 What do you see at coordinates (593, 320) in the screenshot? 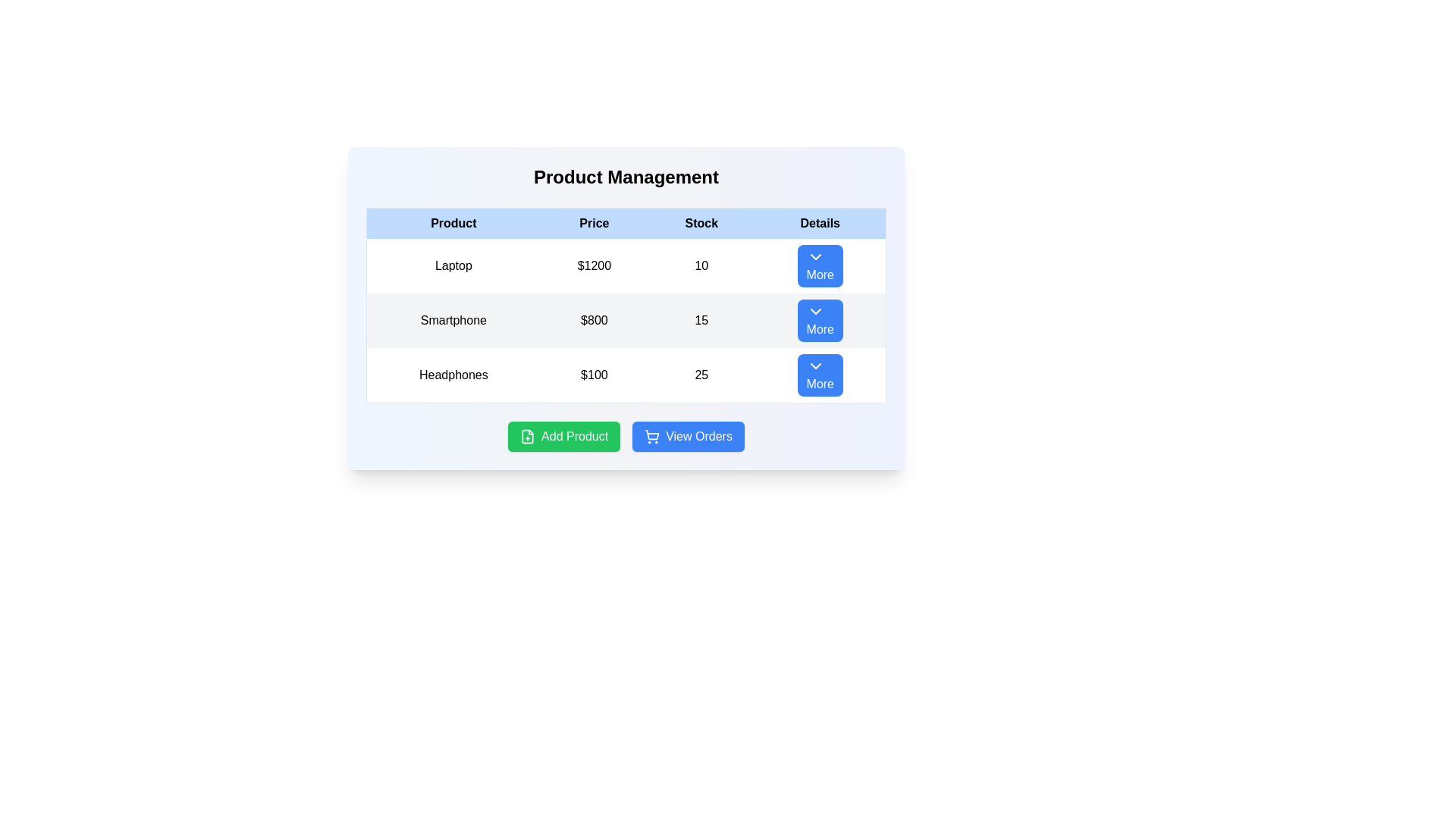
I see `the Text label displaying the monetary value '$800' in bold font, located in the second row of the table under the 'Price' column for the product 'Smartphone'` at bounding box center [593, 320].